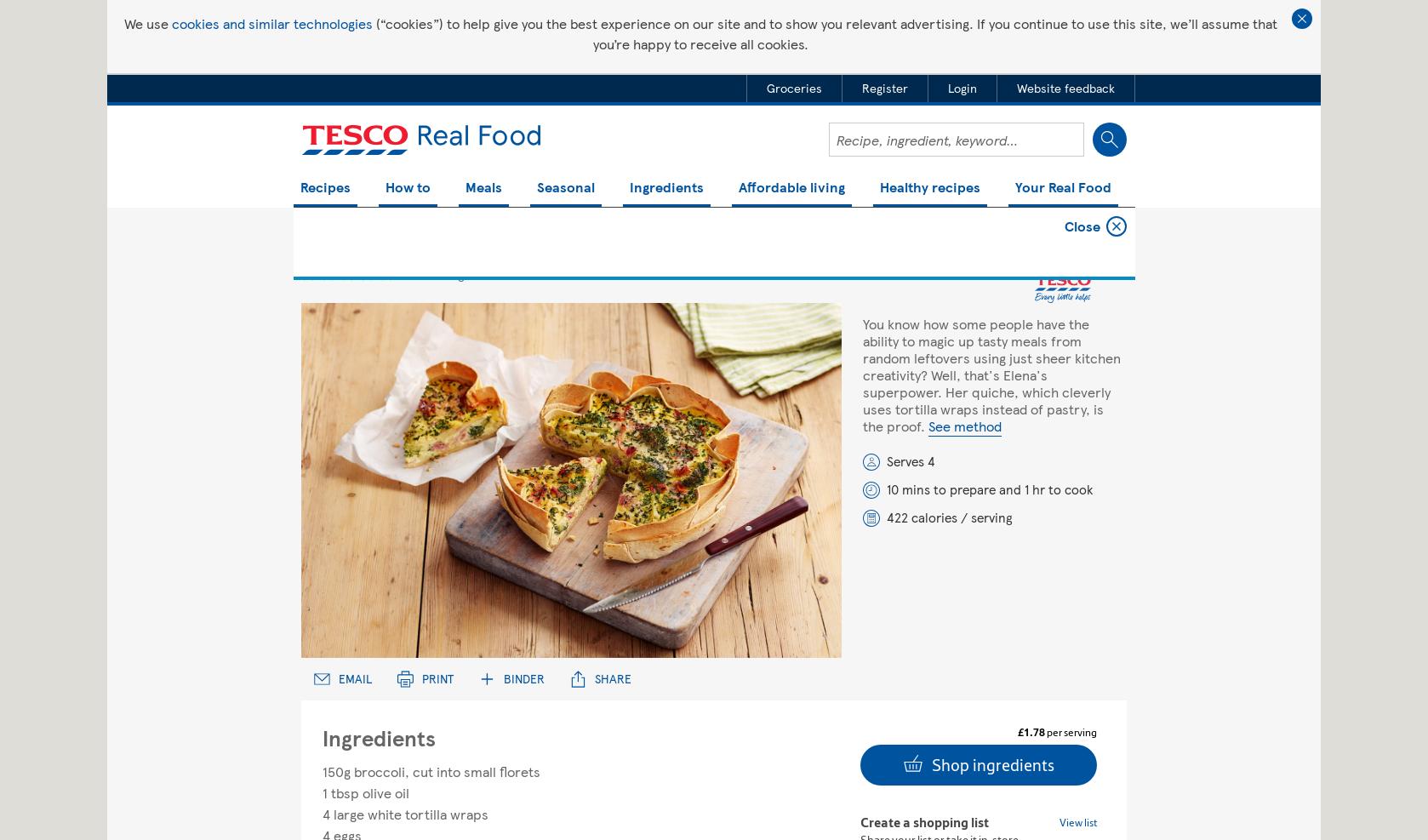 This screenshot has width=1428, height=840. What do you see at coordinates (791, 186) in the screenshot?
I see `'Affordable living'` at bounding box center [791, 186].